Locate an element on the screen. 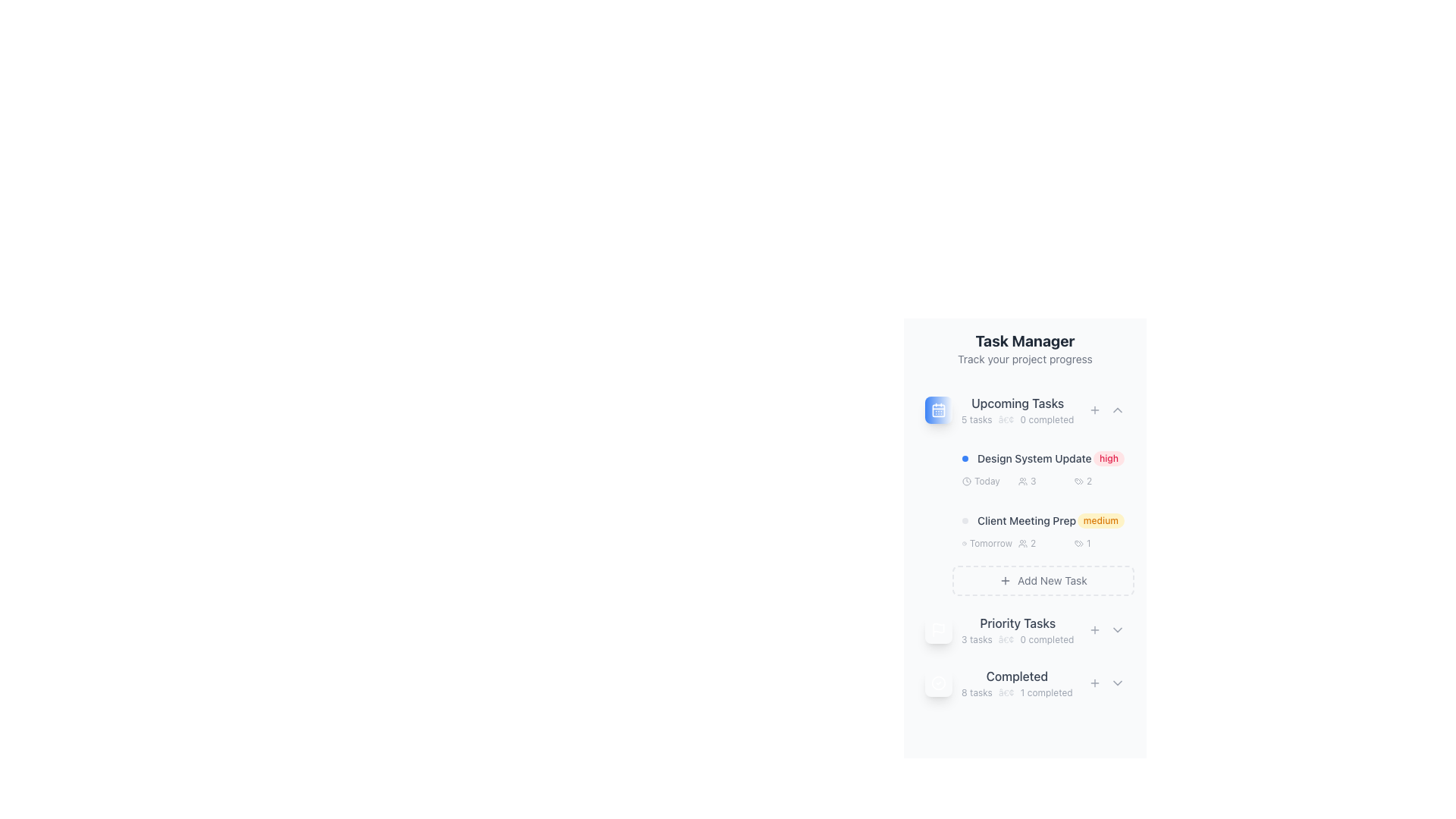 This screenshot has height=819, width=1456. the small gray circular 'plus' icon button located to the right of the 'Priority Tasks' section header in the Task Manager interface is located at coordinates (1095, 629).